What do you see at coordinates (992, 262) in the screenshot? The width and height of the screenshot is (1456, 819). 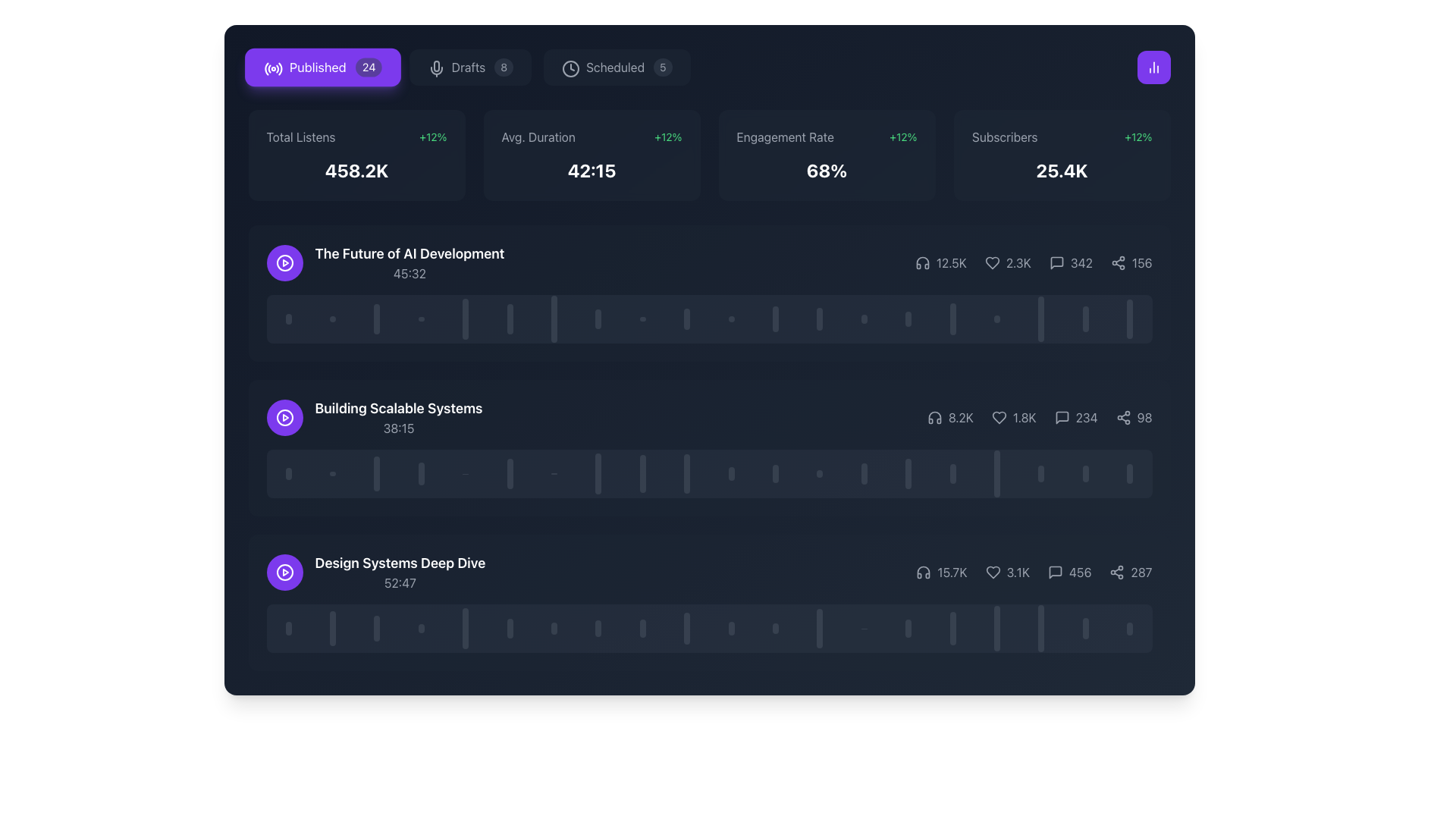 I see `the heart-shaped icon representing the 'like' functionality located in the statistics section of a podcast entry, which is aligned to the left of the likes count '2.3K'` at bounding box center [992, 262].